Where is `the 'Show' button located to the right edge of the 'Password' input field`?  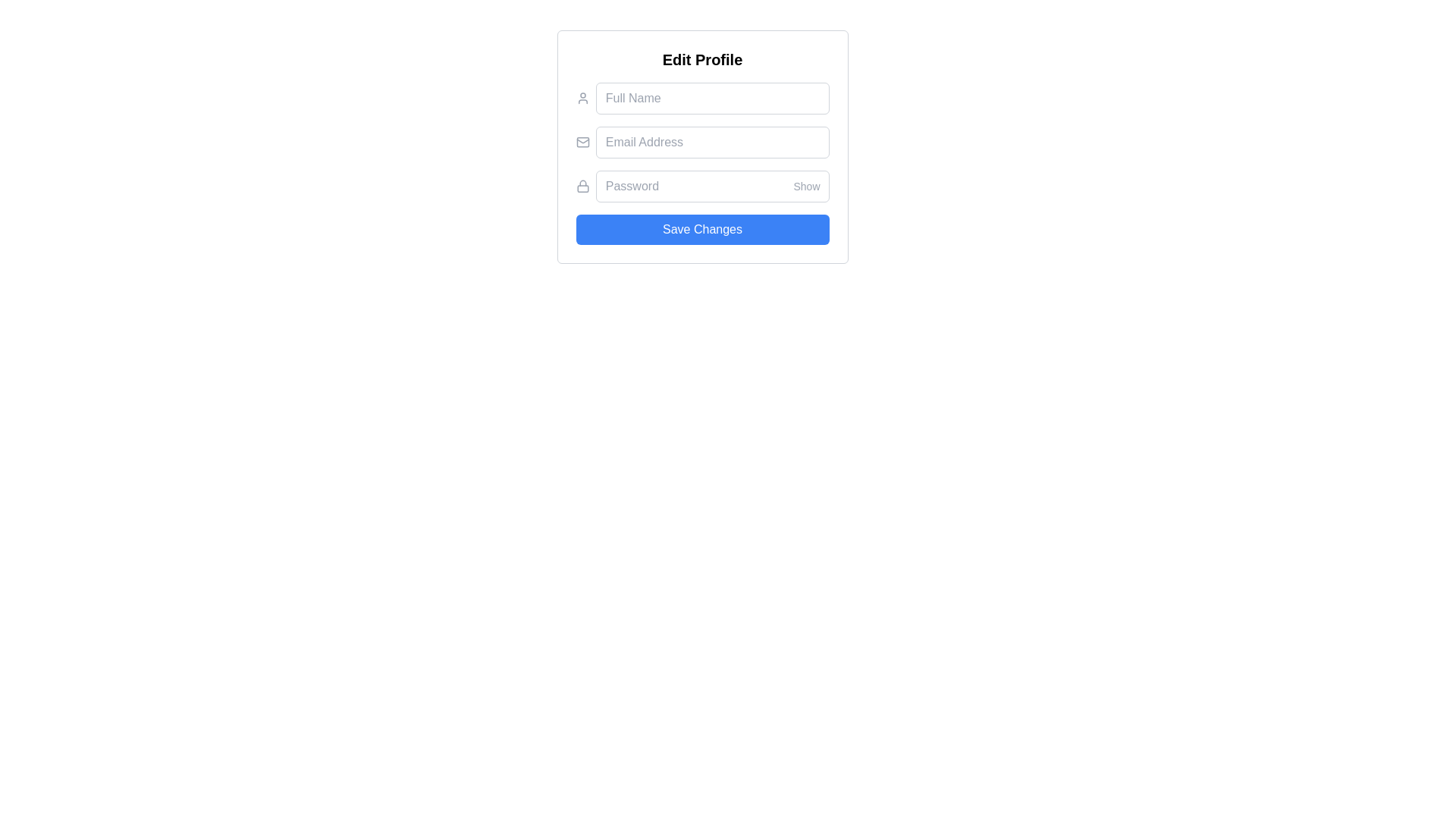 the 'Show' button located to the right edge of the 'Password' input field is located at coordinates (806, 186).